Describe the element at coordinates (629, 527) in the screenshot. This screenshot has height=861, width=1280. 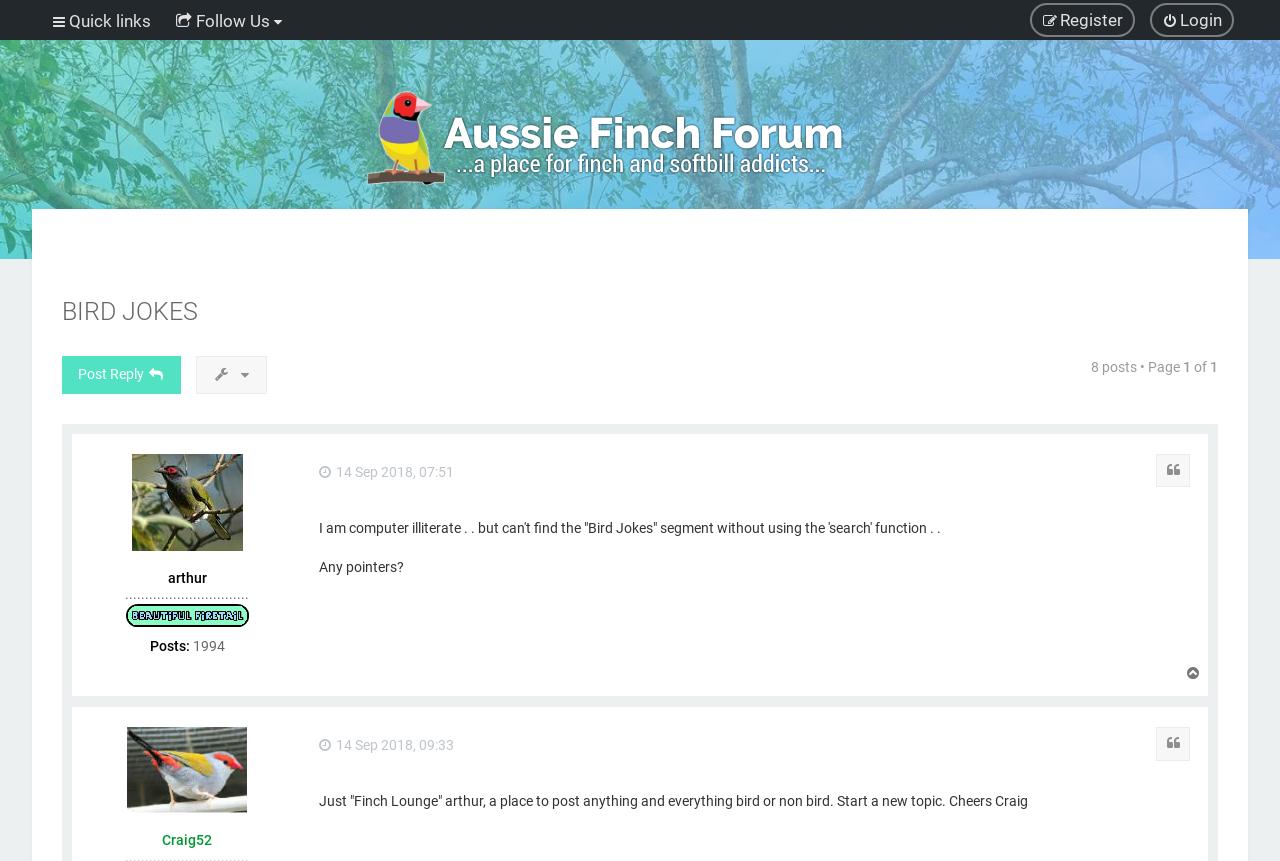
I see `'I am computer illiterate . . but can't find the "Bird Jokes" segment without using the 'search' function . .'` at that location.